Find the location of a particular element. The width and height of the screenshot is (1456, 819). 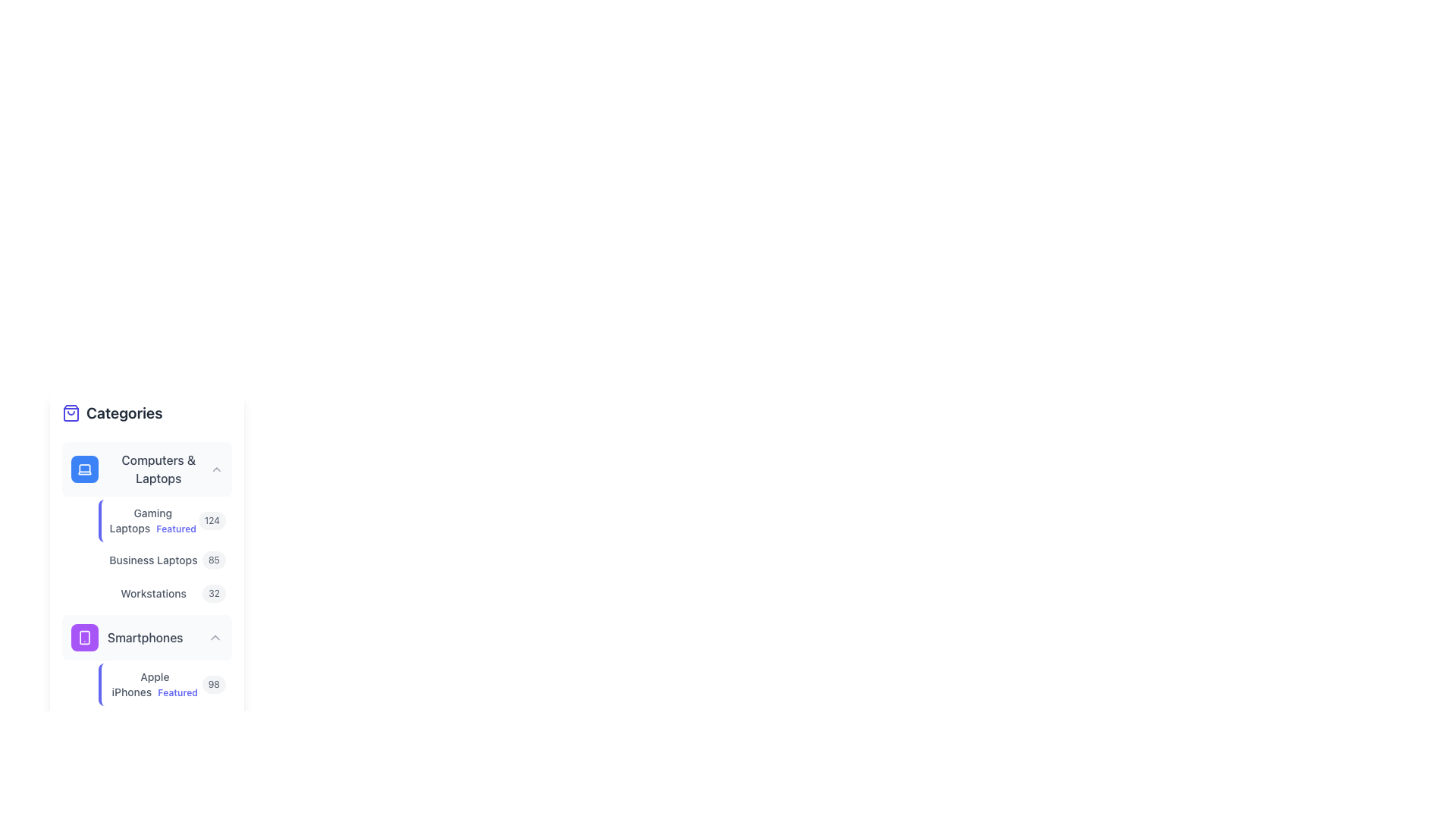

the link positioned between 'Business Laptops' and the number badge '32' in the 'Computers & Laptops' section of the categories side panel is located at coordinates (153, 593).